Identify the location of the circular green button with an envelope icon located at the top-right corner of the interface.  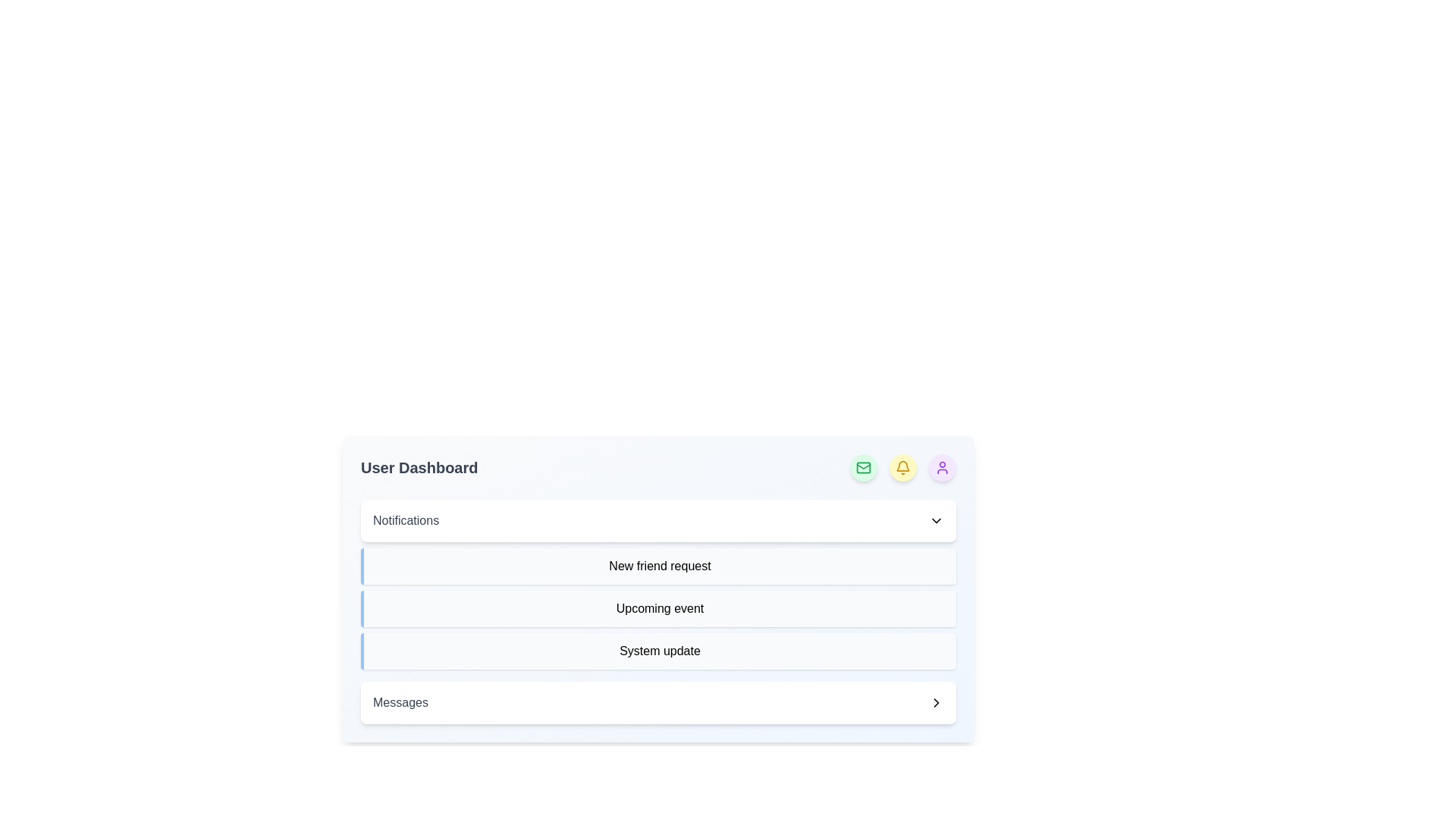
(863, 467).